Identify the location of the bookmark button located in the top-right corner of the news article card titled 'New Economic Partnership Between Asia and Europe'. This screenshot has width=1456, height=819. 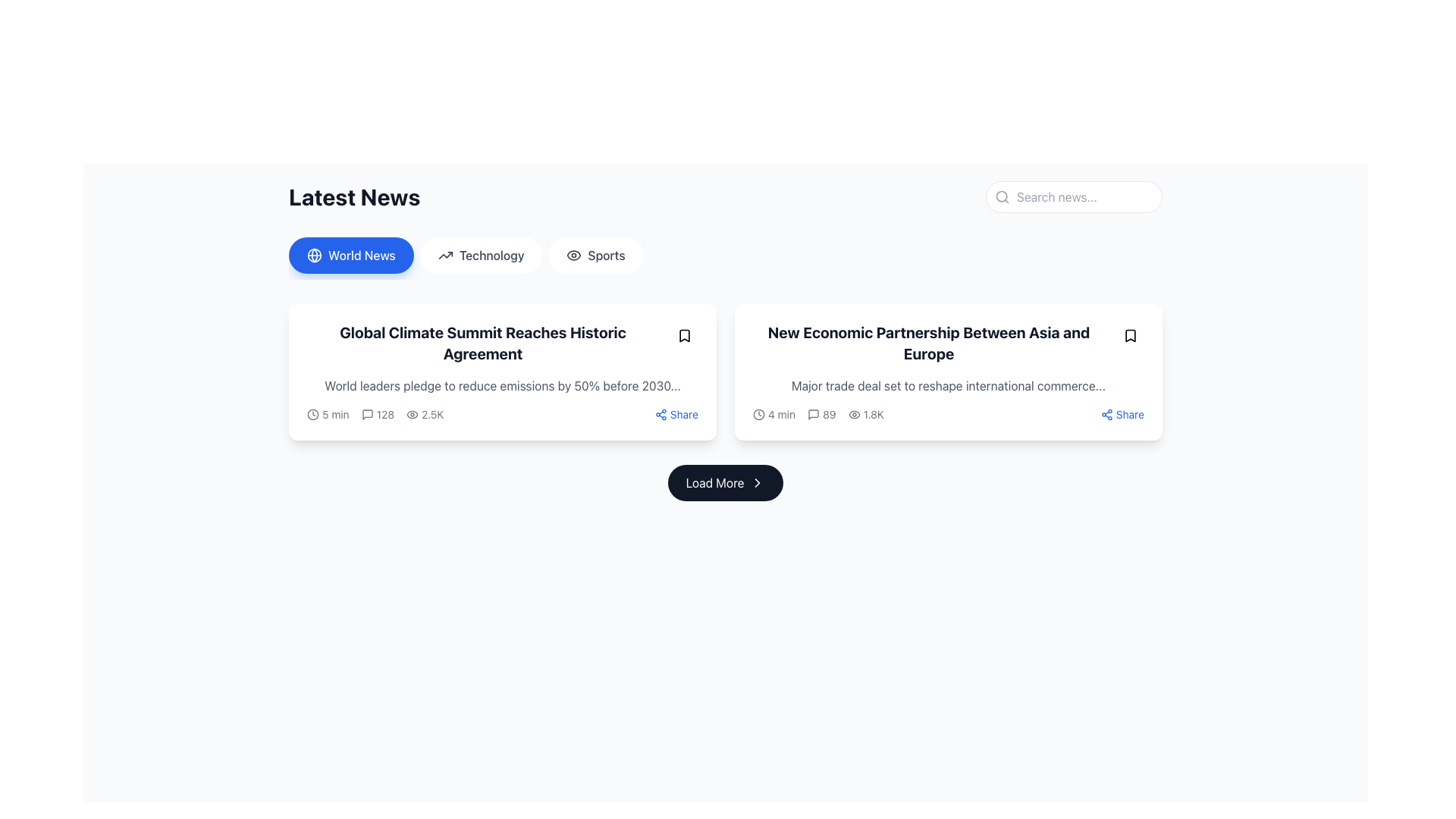
(1131, 335).